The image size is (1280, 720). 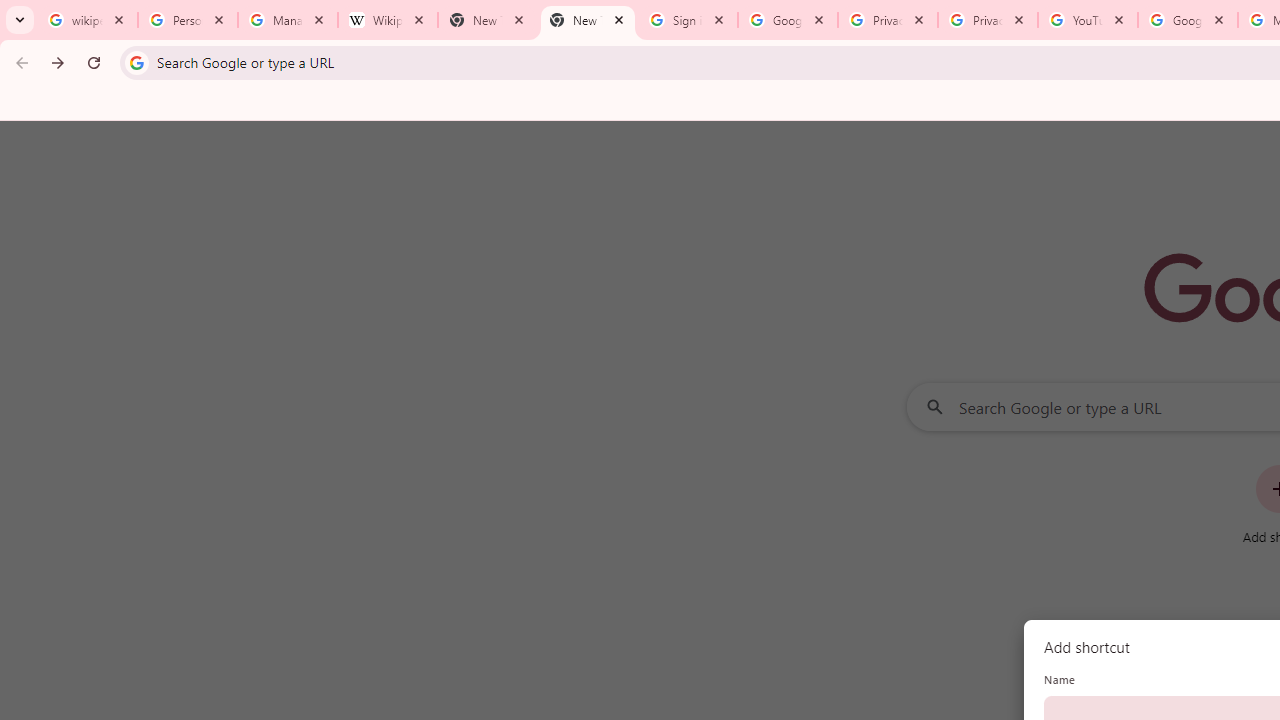 What do you see at coordinates (787, 20) in the screenshot?
I see `'Google Drive: Sign-in'` at bounding box center [787, 20].